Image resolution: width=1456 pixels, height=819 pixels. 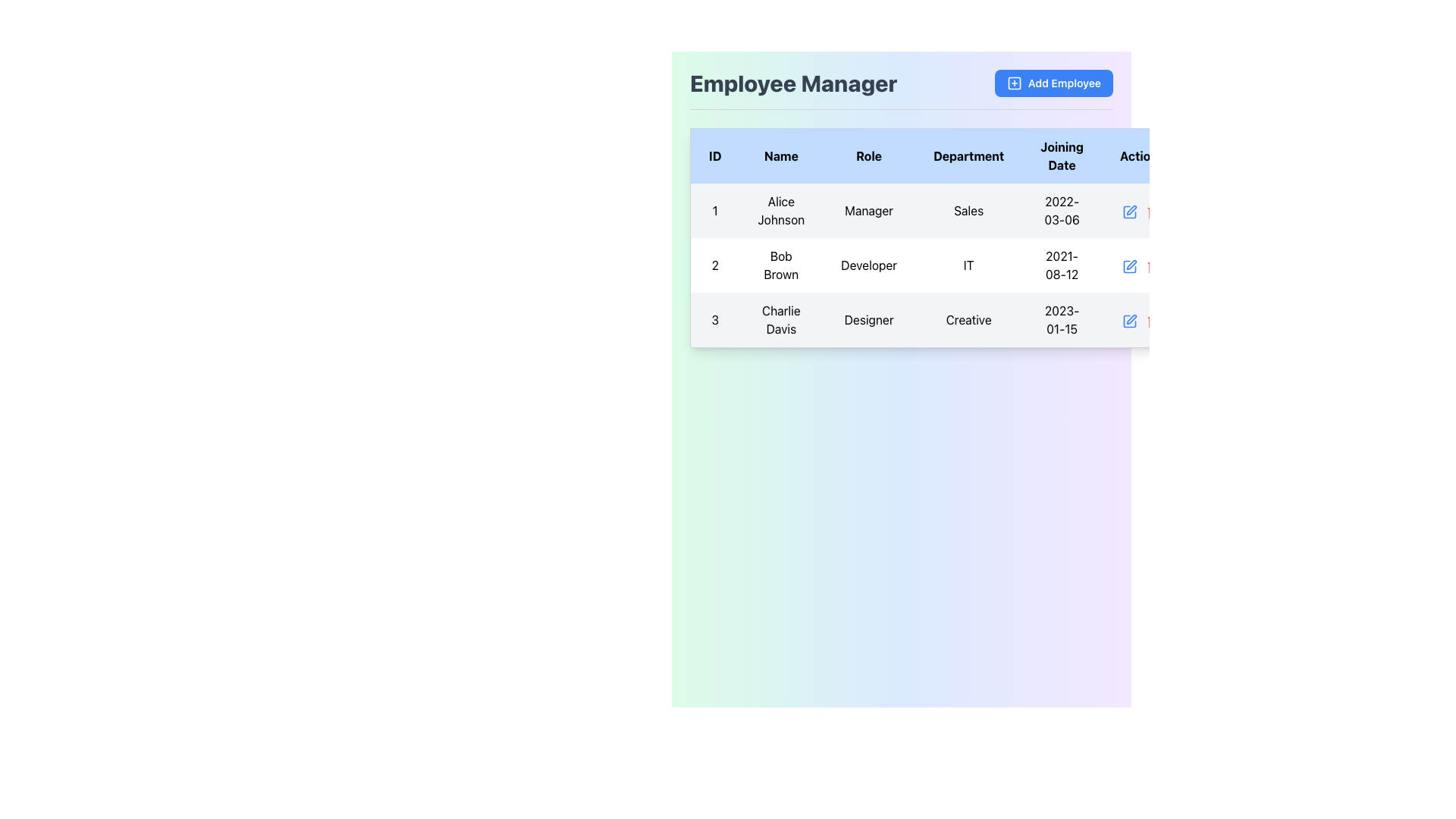 I want to click on text label displaying 'Designer' located in the third row of the 'Role' column in the table for 'Charlie Davis', so click(x=869, y=319).